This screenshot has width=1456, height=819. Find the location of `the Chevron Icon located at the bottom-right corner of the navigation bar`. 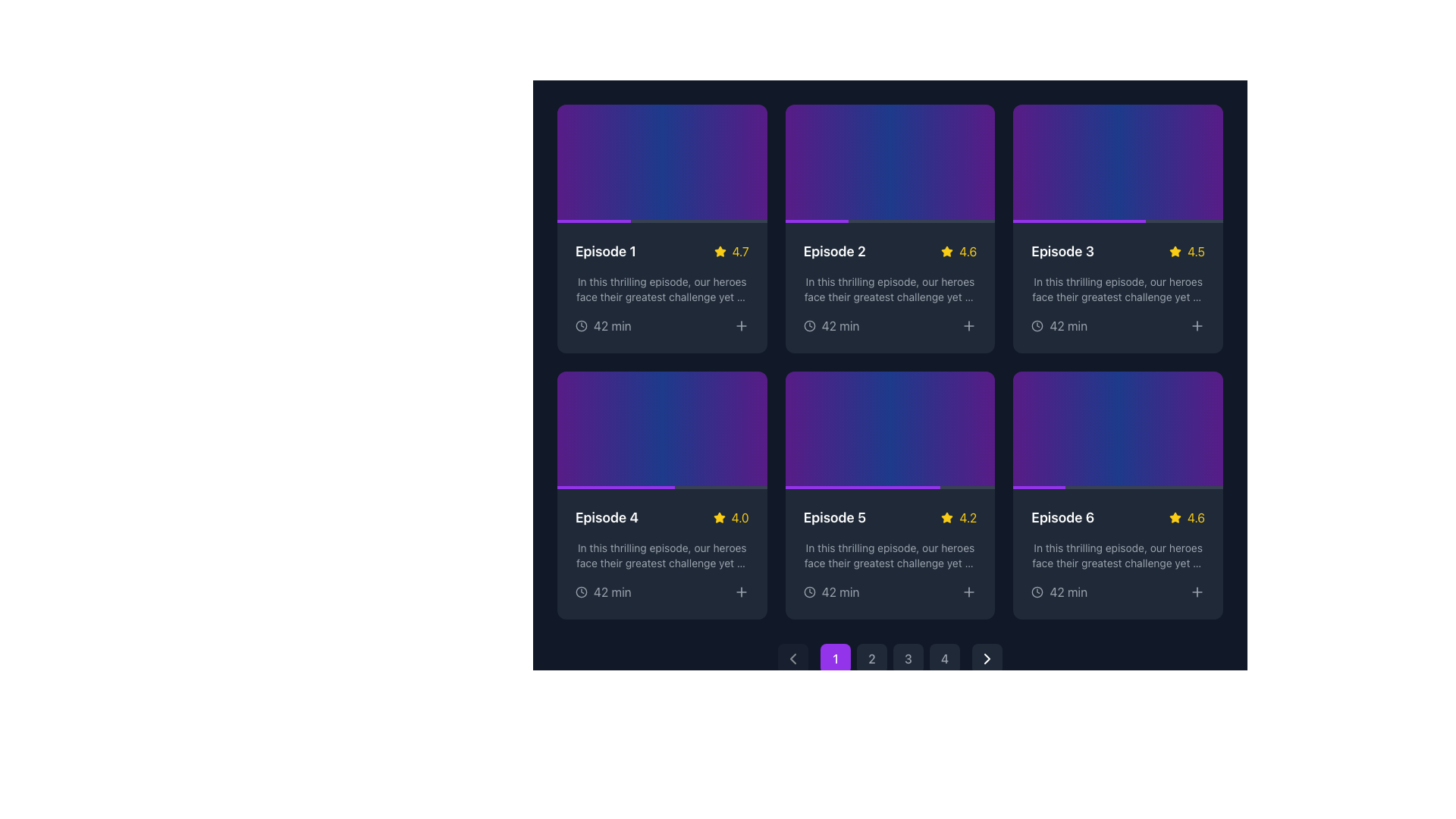

the Chevron Icon located at the bottom-right corner of the navigation bar is located at coordinates (987, 657).